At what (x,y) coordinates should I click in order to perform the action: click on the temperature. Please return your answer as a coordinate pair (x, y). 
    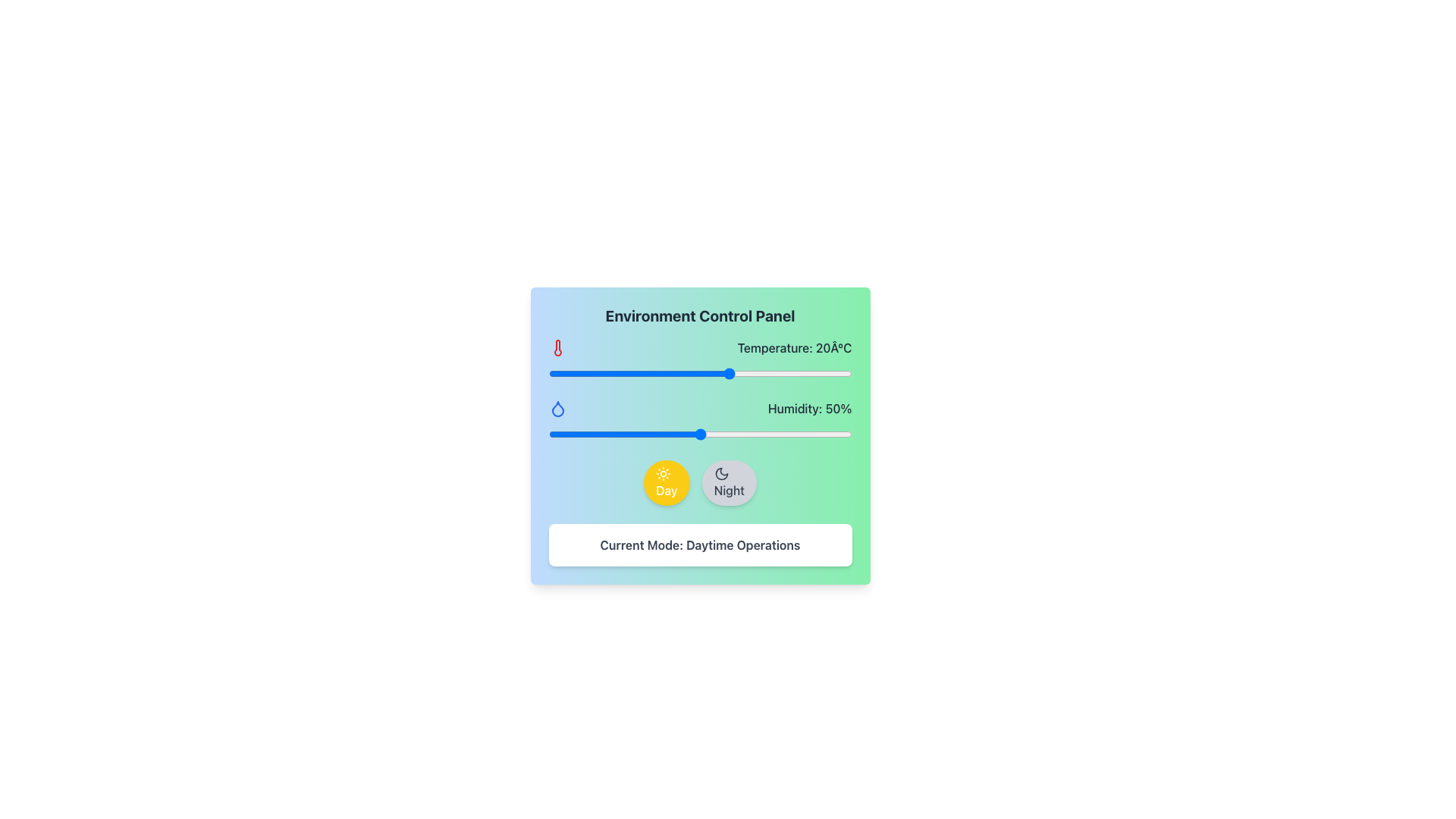
    Looking at the image, I should click on (621, 374).